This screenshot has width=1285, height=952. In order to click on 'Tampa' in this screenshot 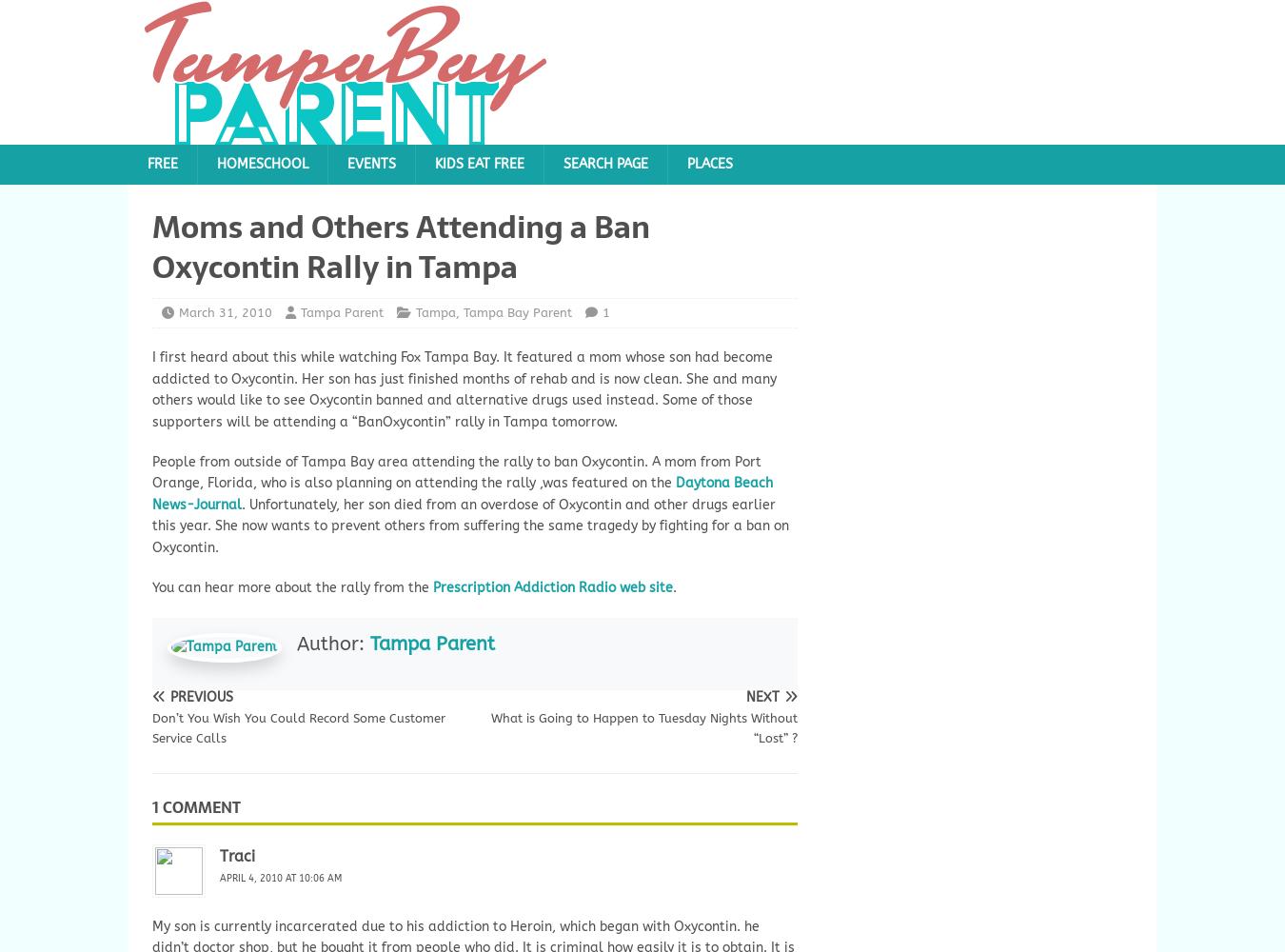, I will do `click(435, 310)`.